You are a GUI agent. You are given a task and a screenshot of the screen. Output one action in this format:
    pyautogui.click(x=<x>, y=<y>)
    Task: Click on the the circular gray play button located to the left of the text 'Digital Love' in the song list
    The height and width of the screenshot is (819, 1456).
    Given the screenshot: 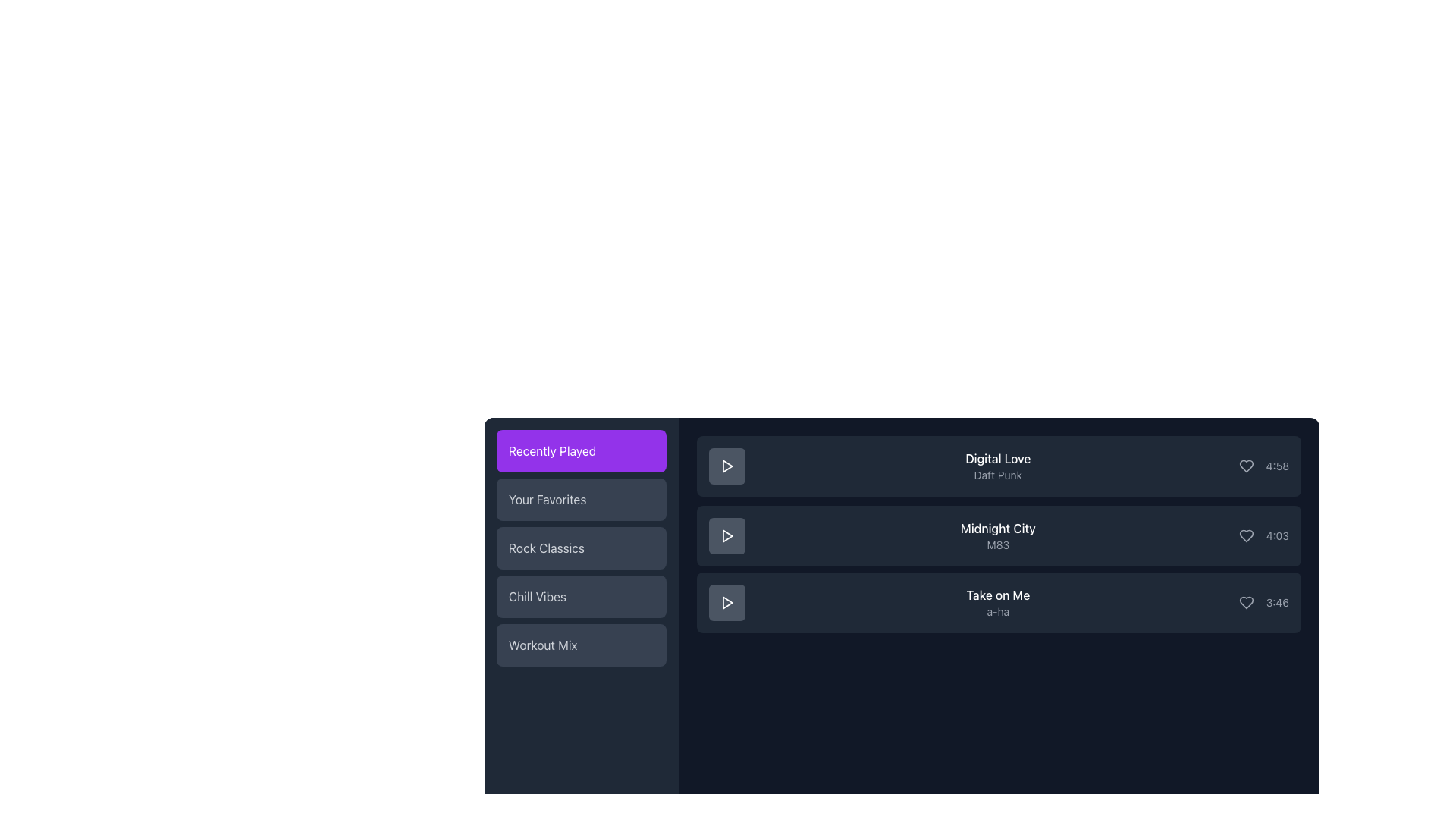 What is the action you would take?
    pyautogui.click(x=726, y=465)
    